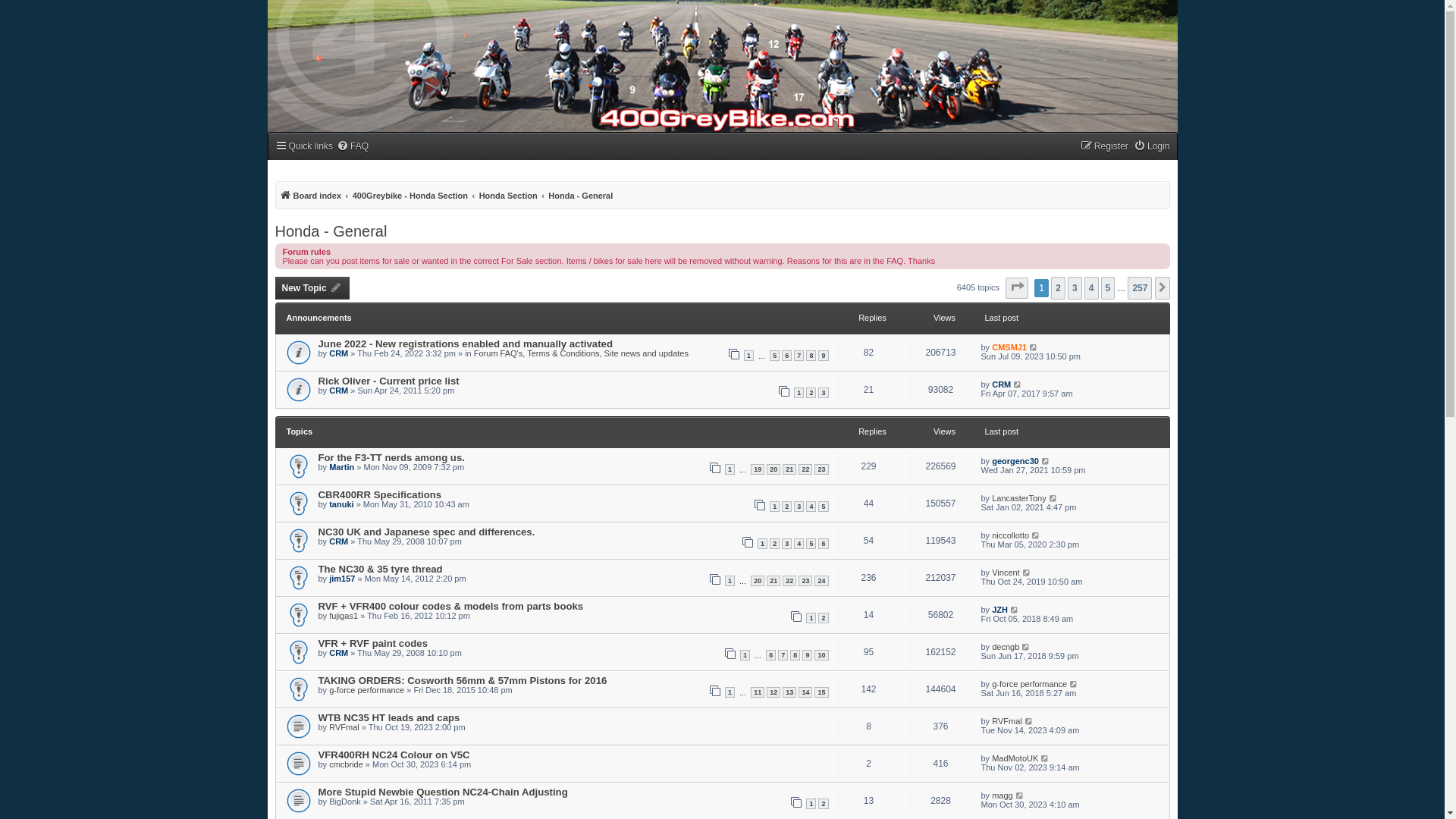  What do you see at coordinates (821, 692) in the screenshot?
I see `'15'` at bounding box center [821, 692].